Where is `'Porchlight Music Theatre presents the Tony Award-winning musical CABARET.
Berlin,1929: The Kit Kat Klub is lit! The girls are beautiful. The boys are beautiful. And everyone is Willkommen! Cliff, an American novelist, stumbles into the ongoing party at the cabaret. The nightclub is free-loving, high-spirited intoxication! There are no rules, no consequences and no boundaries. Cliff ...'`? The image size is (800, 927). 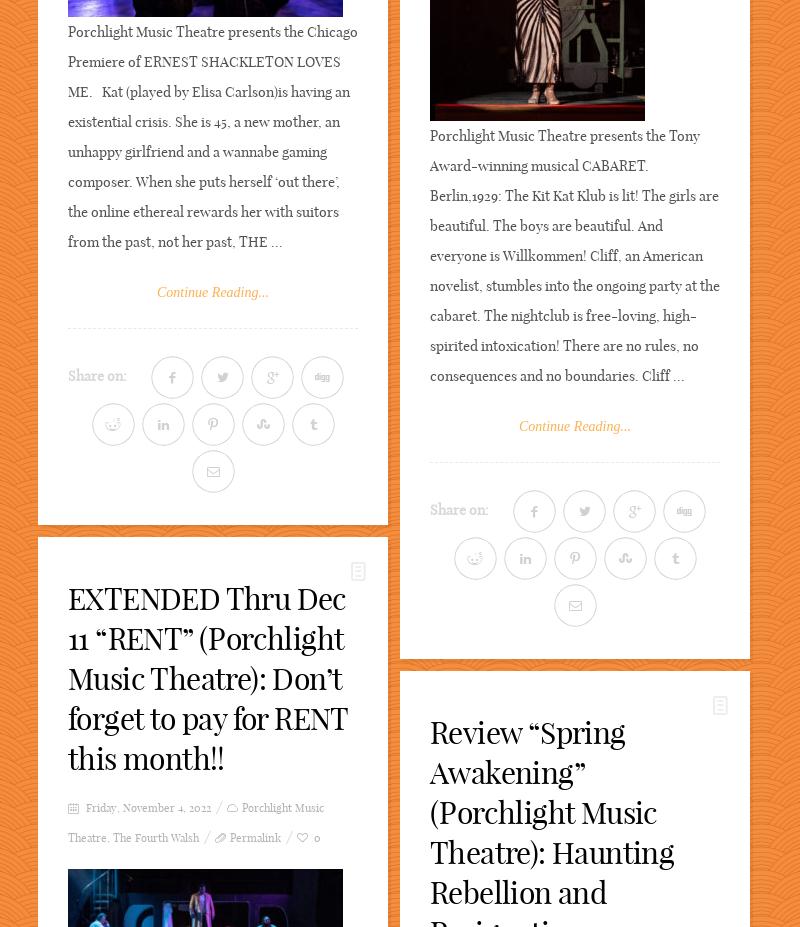 'Porchlight Music Theatre presents the Tony Award-winning musical CABARET.
Berlin,1929: The Kit Kat Klub is lit! The girls are beautiful. The boys are beautiful. And everyone is Willkommen! Cliff, an American novelist, stumbles into the ongoing party at the cabaret. The nightclub is free-loving, high-spirited intoxication! There are no rules, no consequences and no boundaries. Cliff ...' is located at coordinates (574, 256).